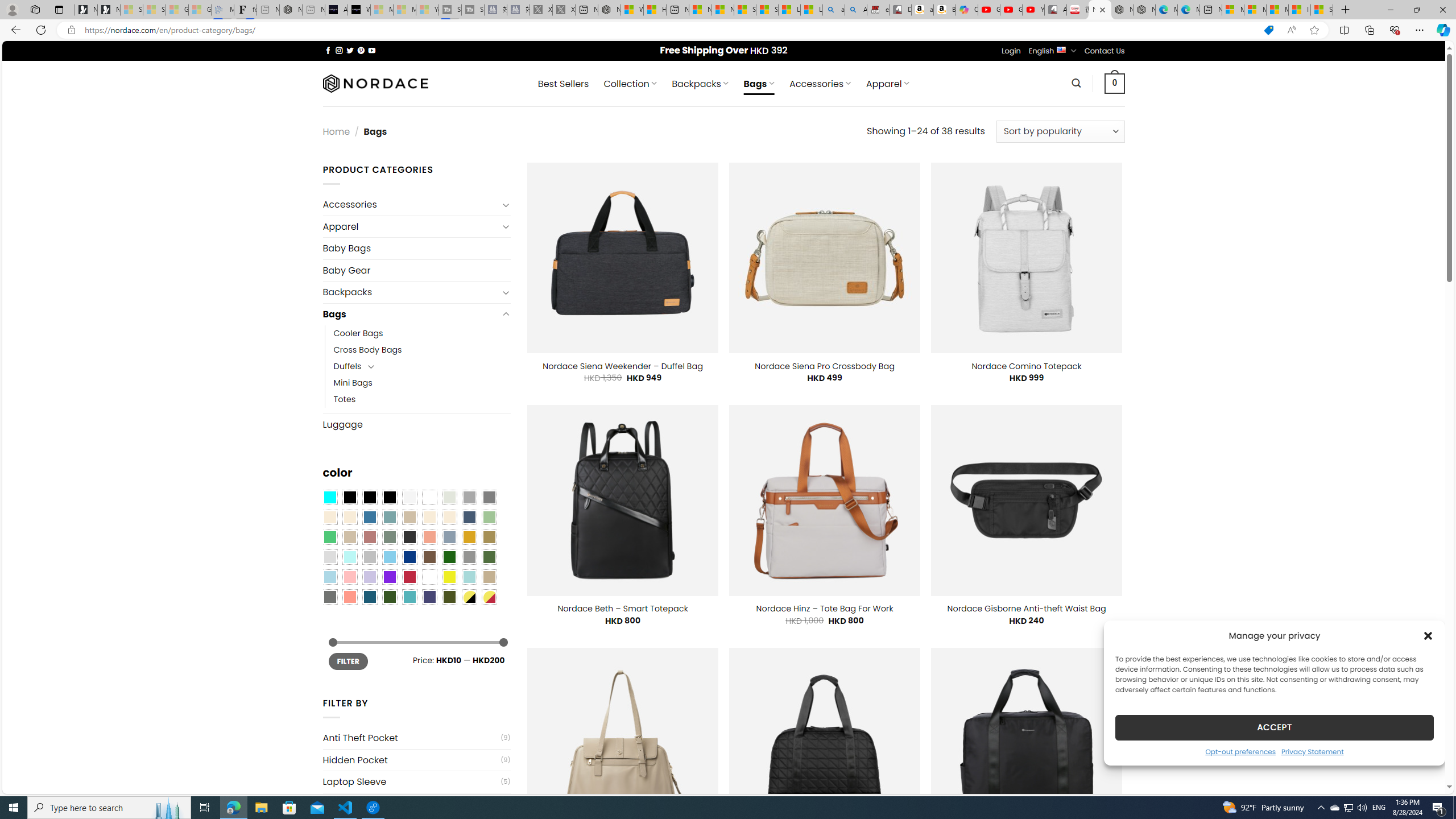 The height and width of the screenshot is (819, 1456). I want to click on 'Aqua', so click(468, 577).